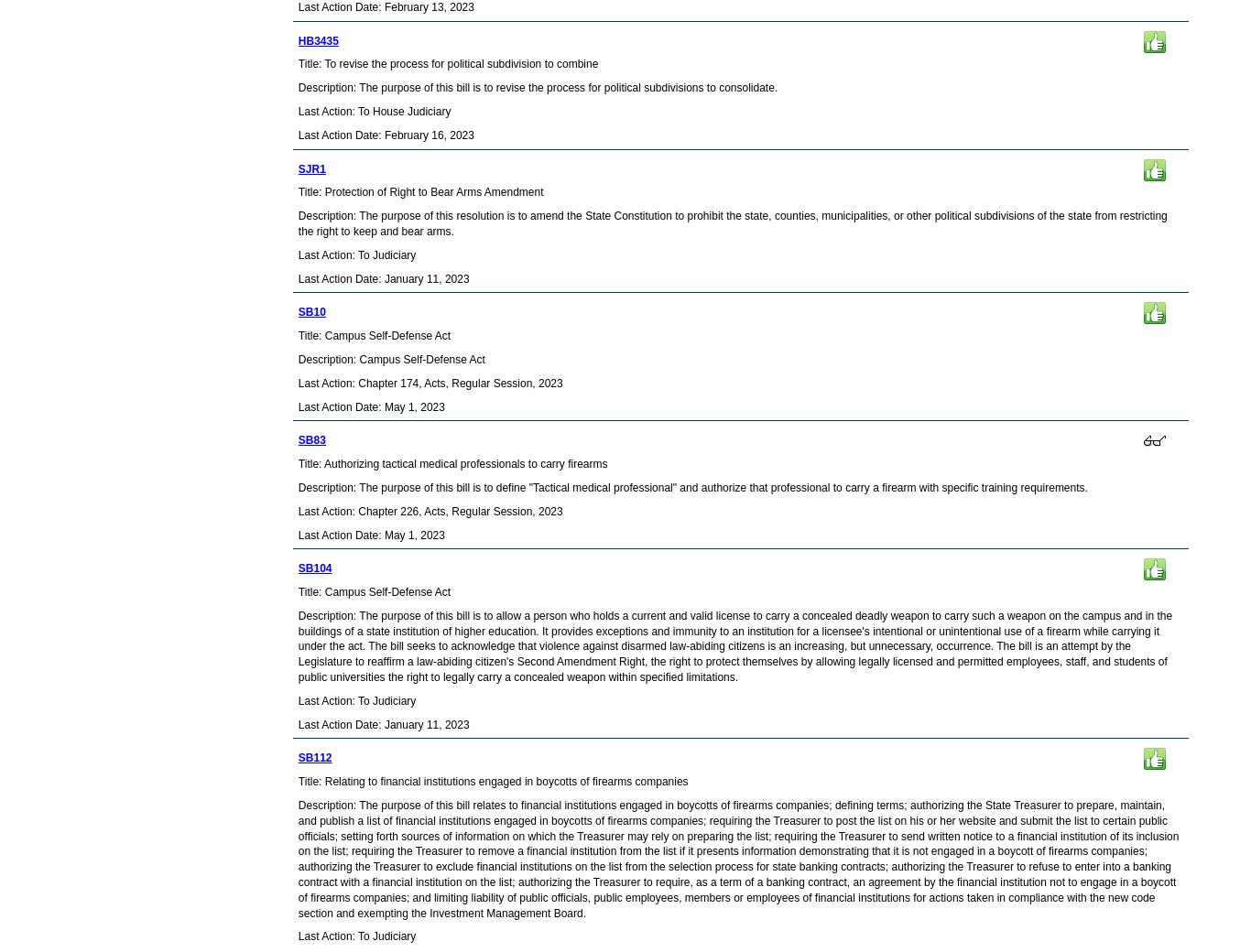 This screenshot has height=952, width=1251. Describe the element at coordinates (734, 645) in the screenshot. I see `'Description: The purpose of this bill is to allow a person who holds a current and valid license to carry a concealed deadly weapon to carry such a weapon on the campus and in the buildings of a state institution of higher education. It provides exceptions and immunity to an institution for a licensee's intentional or unintentional use of a firearm while carrying it under the act. The bill seeks to acknowledge that violence against disarmed law-abiding citizens is an increasing, but unnecessary, occurrence. The bill is an attempt by the Legislature to reaffirm a law-abiding citizen's Second Amendment Right, the right to protect themselves by allowing legally licensed and permitted employees, staff, and students of public universities the right to legally carry a concealed weapon within specified limitations.'` at that location.